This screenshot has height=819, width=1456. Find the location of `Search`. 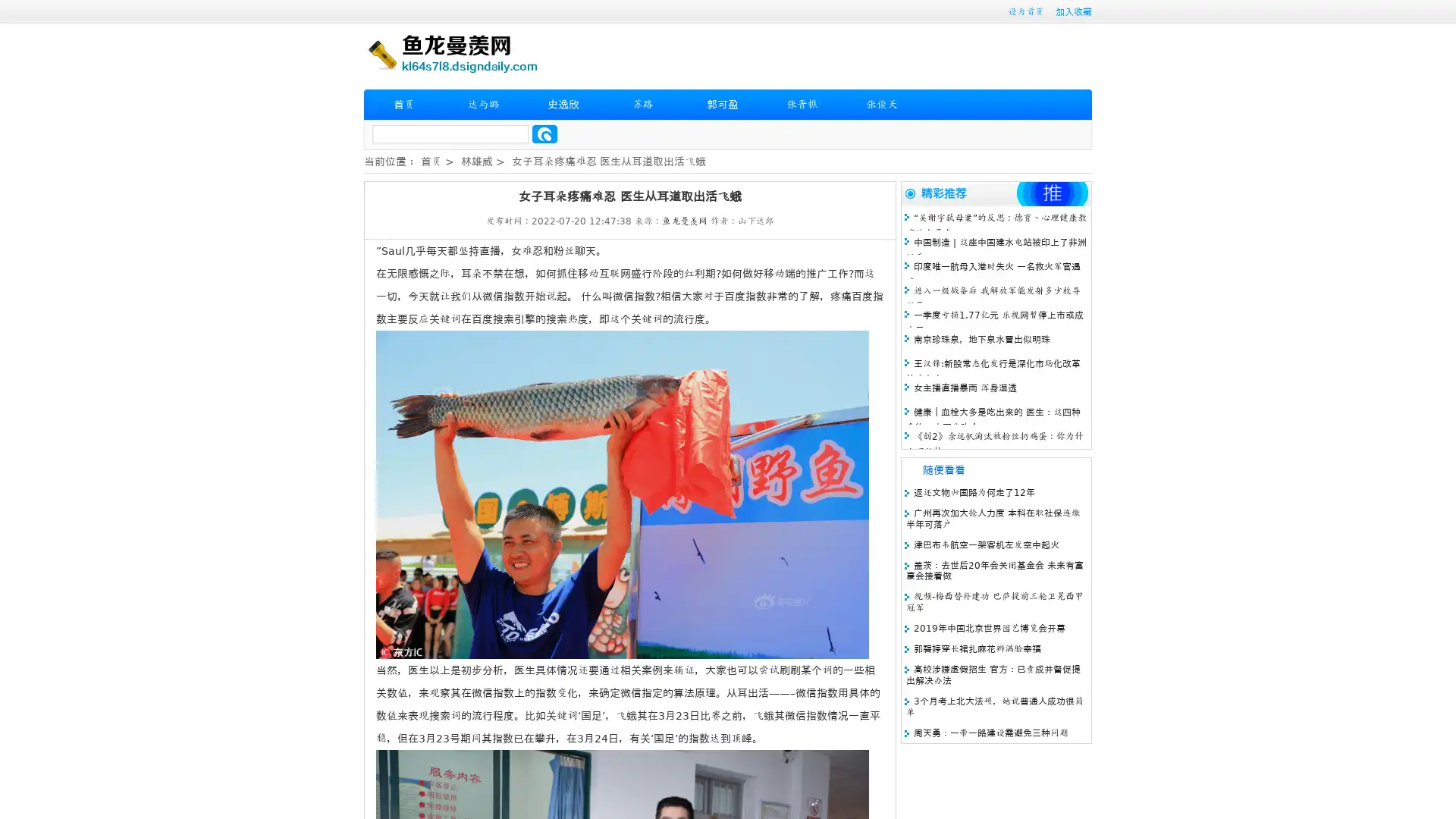

Search is located at coordinates (544, 133).